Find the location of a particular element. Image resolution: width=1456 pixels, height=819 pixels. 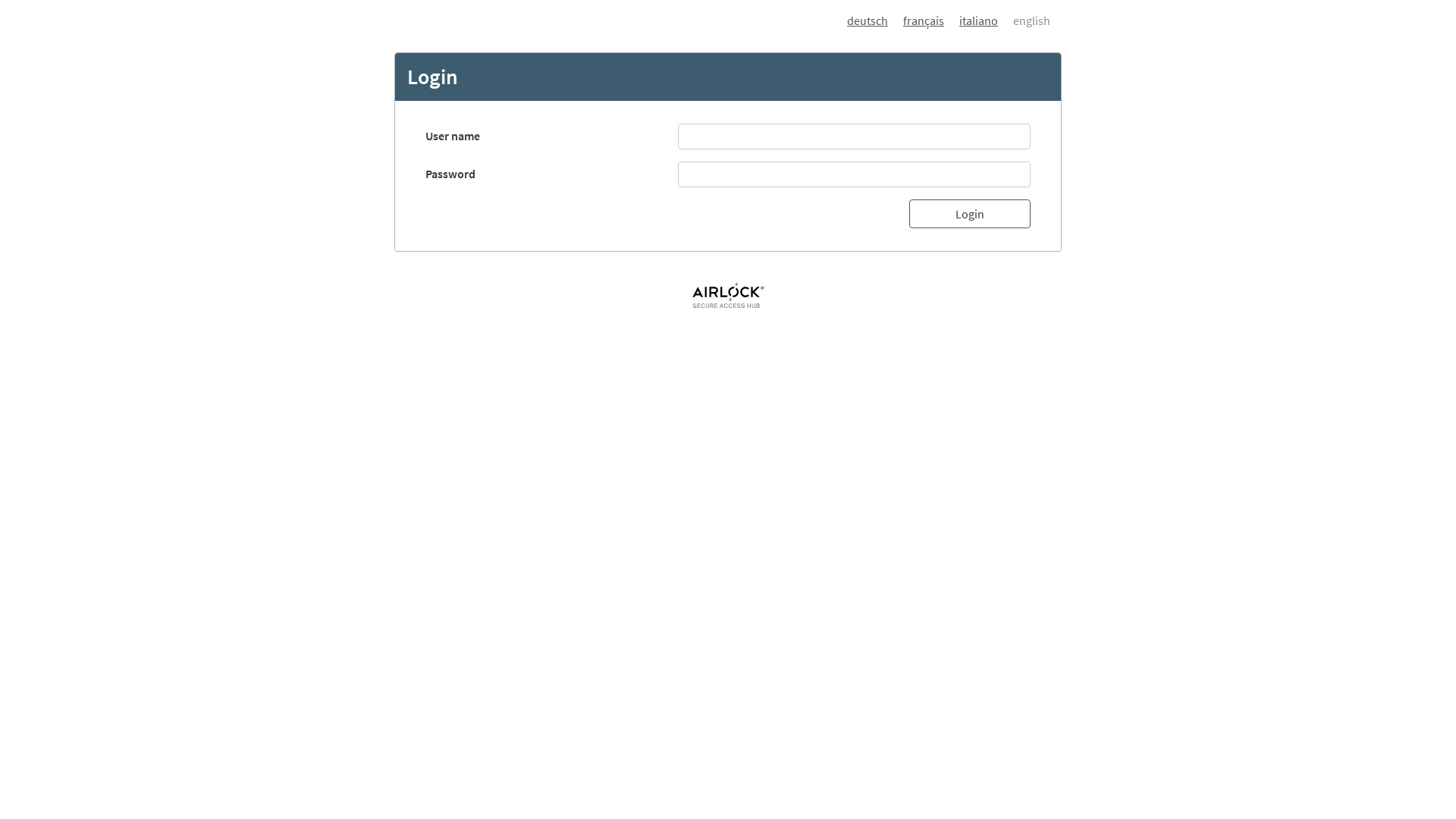

'italiano' is located at coordinates (971, 20).